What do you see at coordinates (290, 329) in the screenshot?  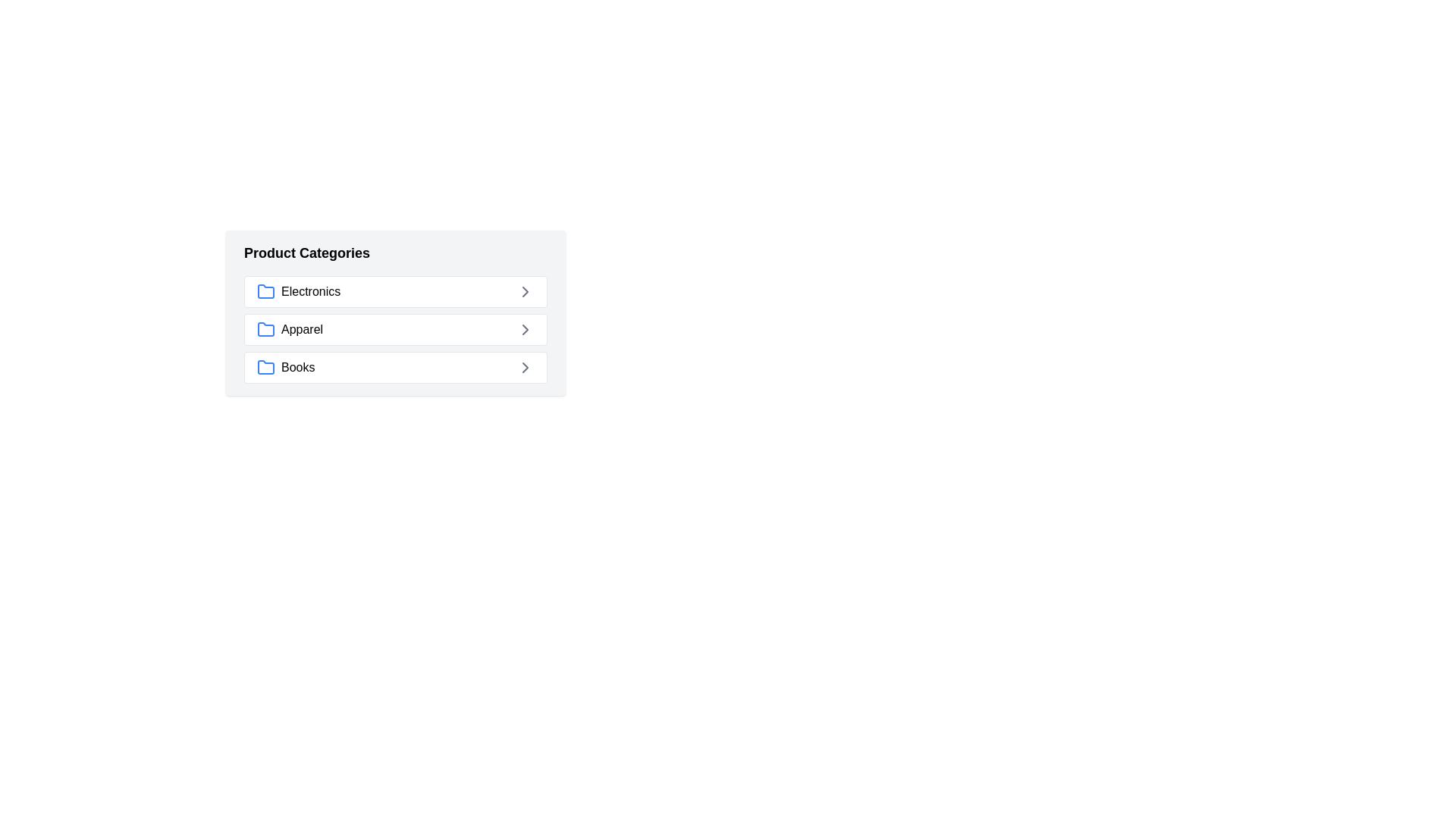 I see `the 'Apparel' text label with a folder icon` at bounding box center [290, 329].